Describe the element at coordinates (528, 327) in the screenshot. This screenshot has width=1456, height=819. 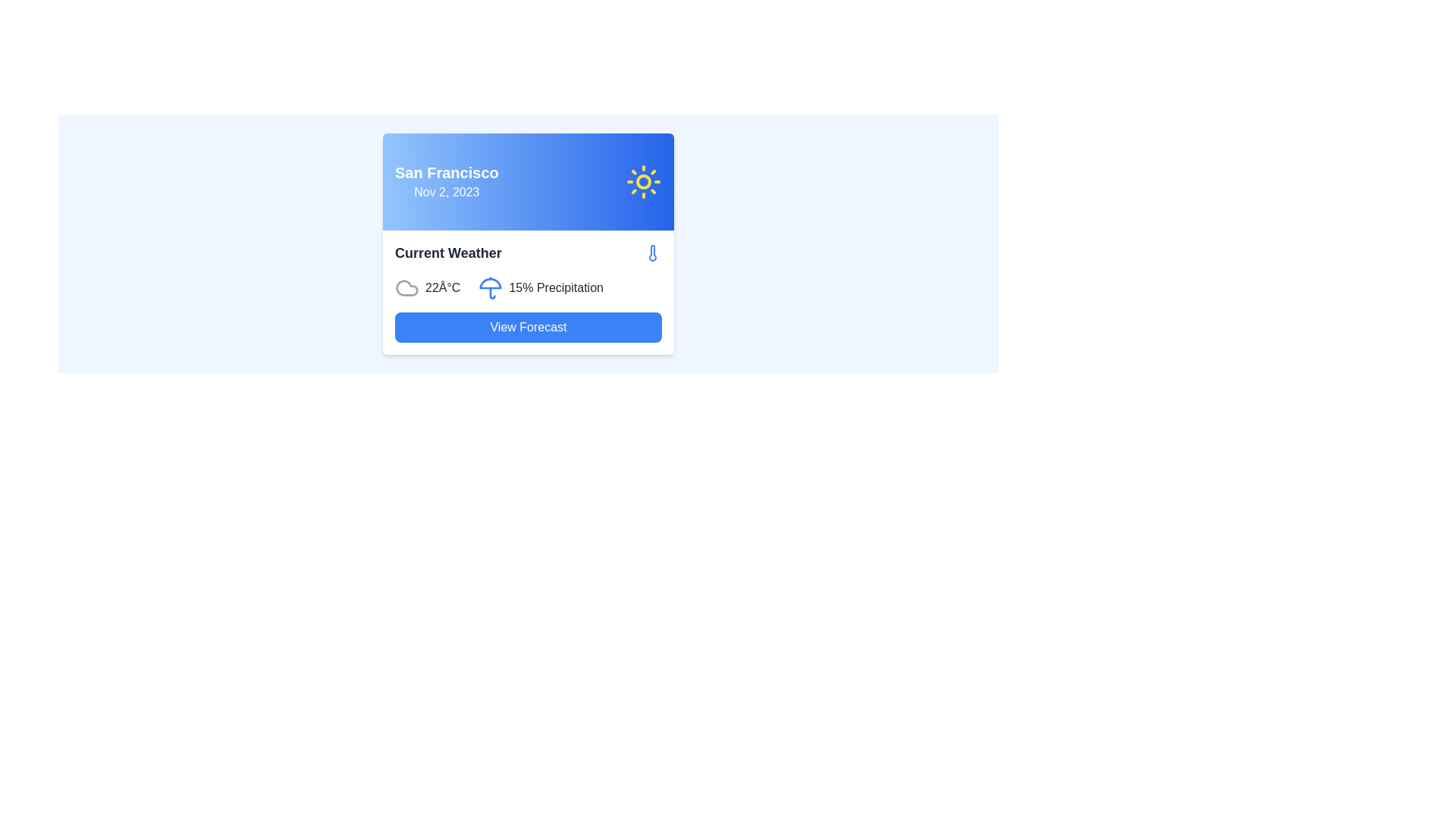
I see `the 'View Forecast' button, which is a blue button with white text located at the bottom of the 'Current Weather' card` at that location.